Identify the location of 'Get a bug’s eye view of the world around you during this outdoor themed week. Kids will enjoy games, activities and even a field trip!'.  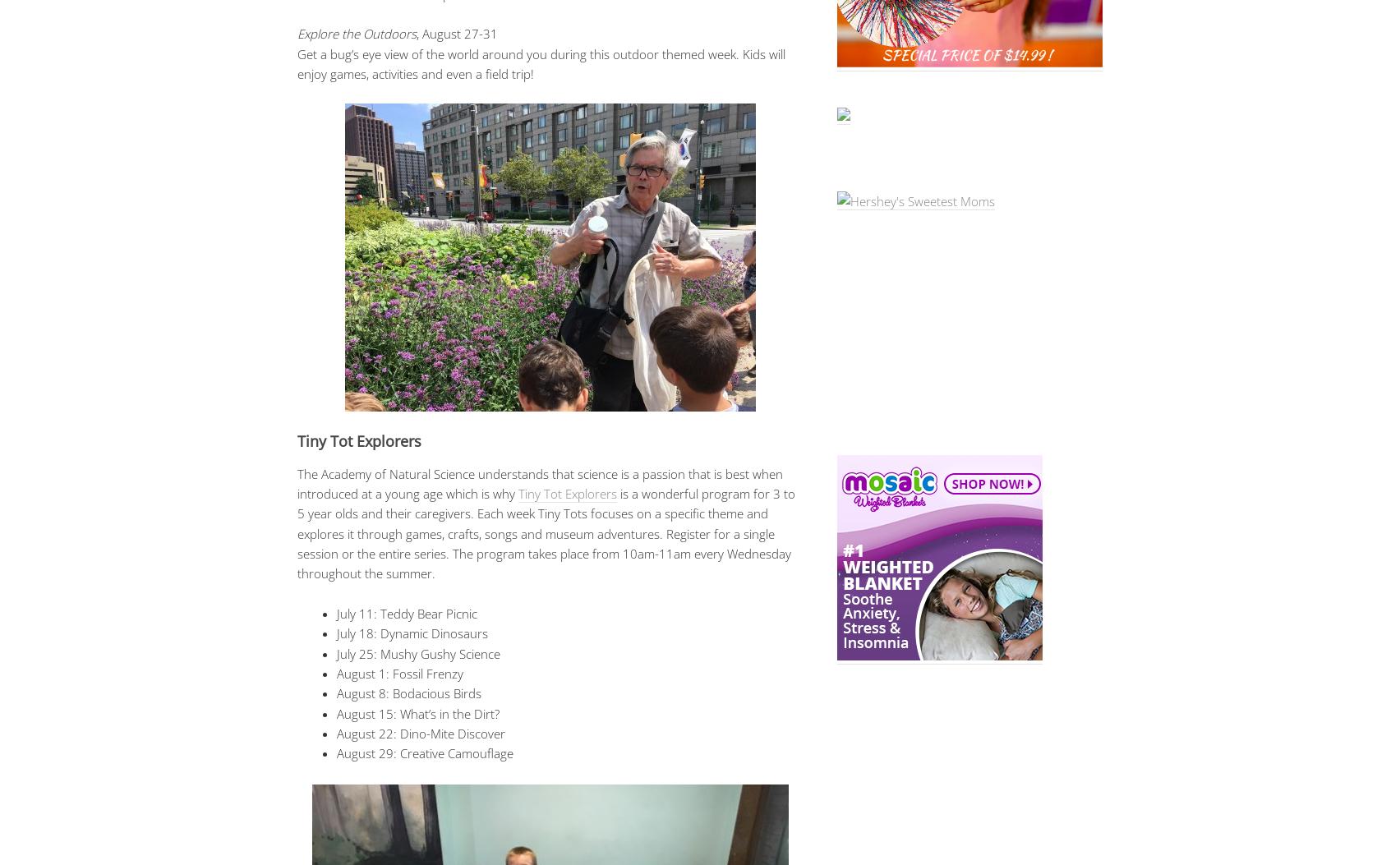
(540, 62).